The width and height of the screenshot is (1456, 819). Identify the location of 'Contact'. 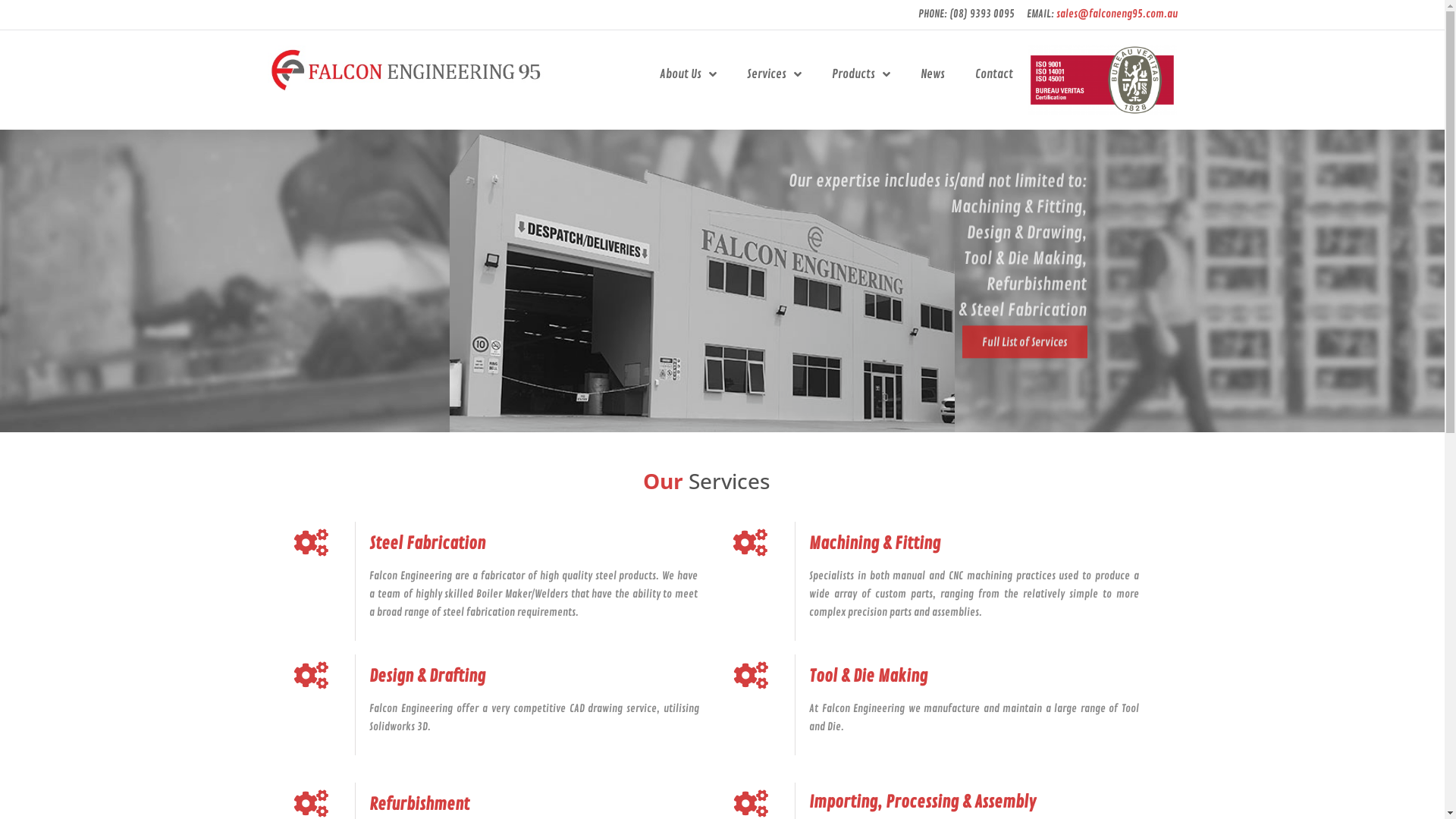
(993, 74).